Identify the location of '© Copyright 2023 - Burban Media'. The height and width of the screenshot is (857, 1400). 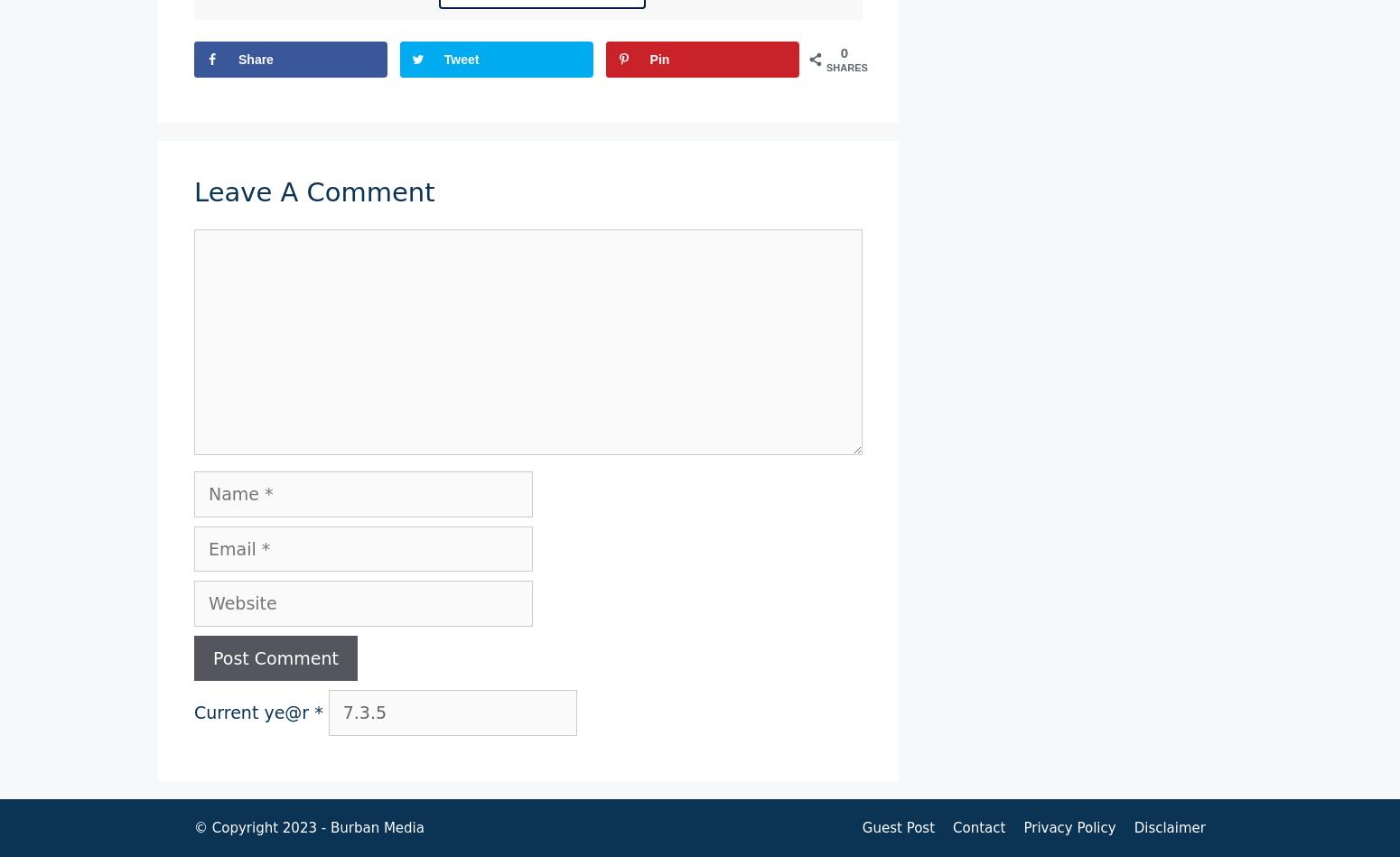
(307, 825).